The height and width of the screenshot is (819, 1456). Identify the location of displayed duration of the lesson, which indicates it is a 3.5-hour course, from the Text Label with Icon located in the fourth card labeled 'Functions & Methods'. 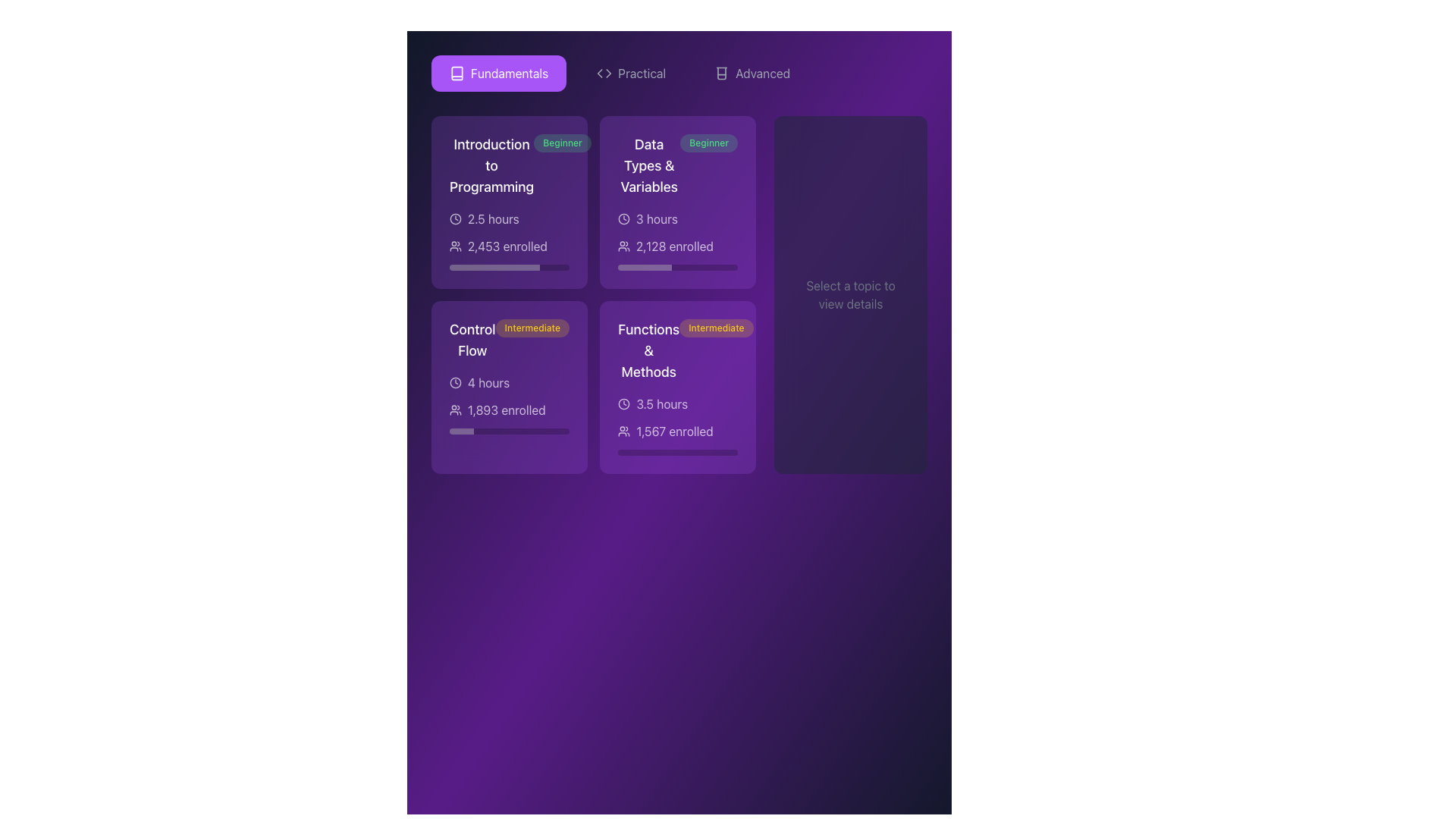
(676, 403).